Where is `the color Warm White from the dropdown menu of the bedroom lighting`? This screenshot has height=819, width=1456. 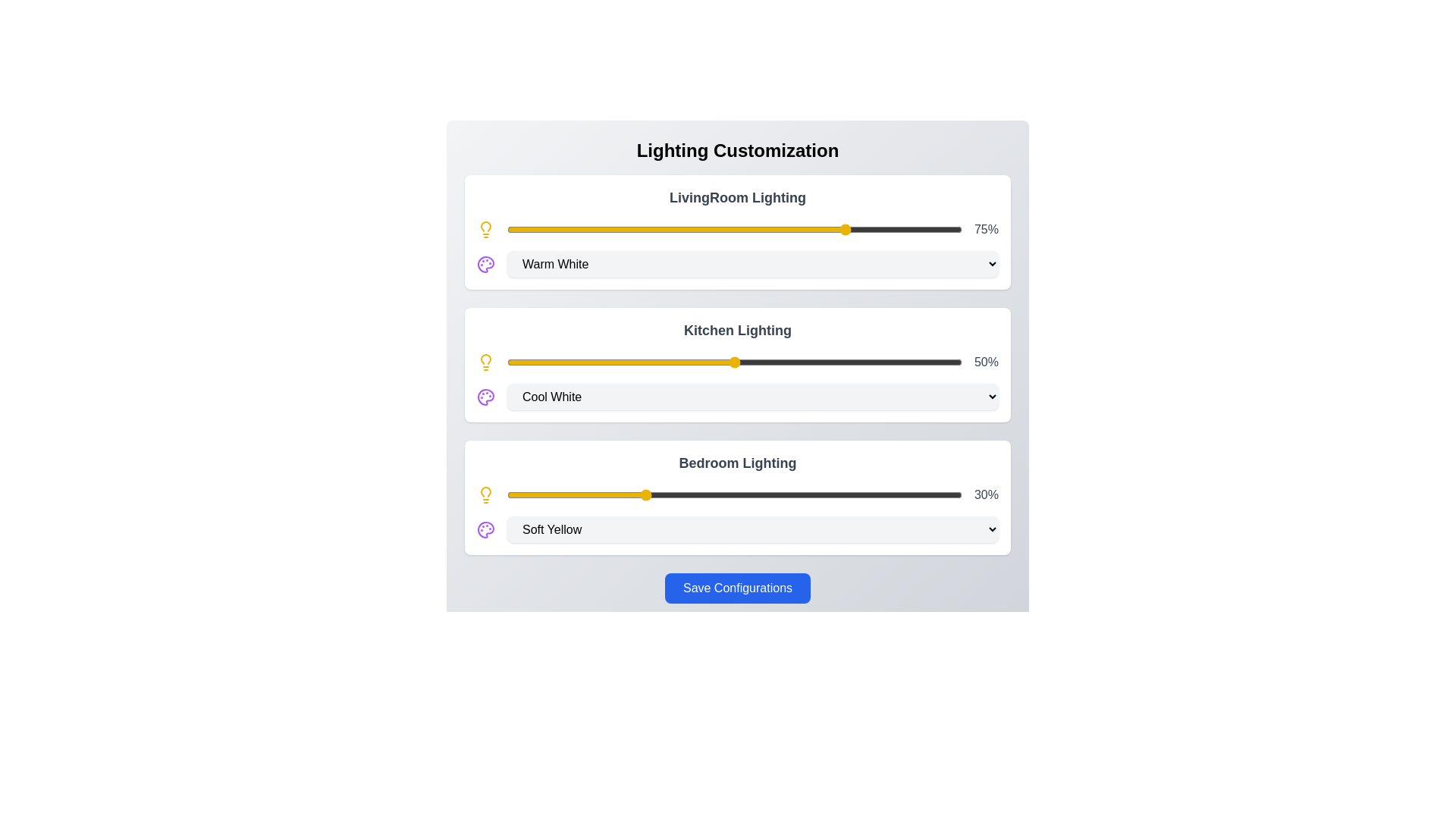 the color Warm White from the dropdown menu of the bedroom lighting is located at coordinates (753, 529).